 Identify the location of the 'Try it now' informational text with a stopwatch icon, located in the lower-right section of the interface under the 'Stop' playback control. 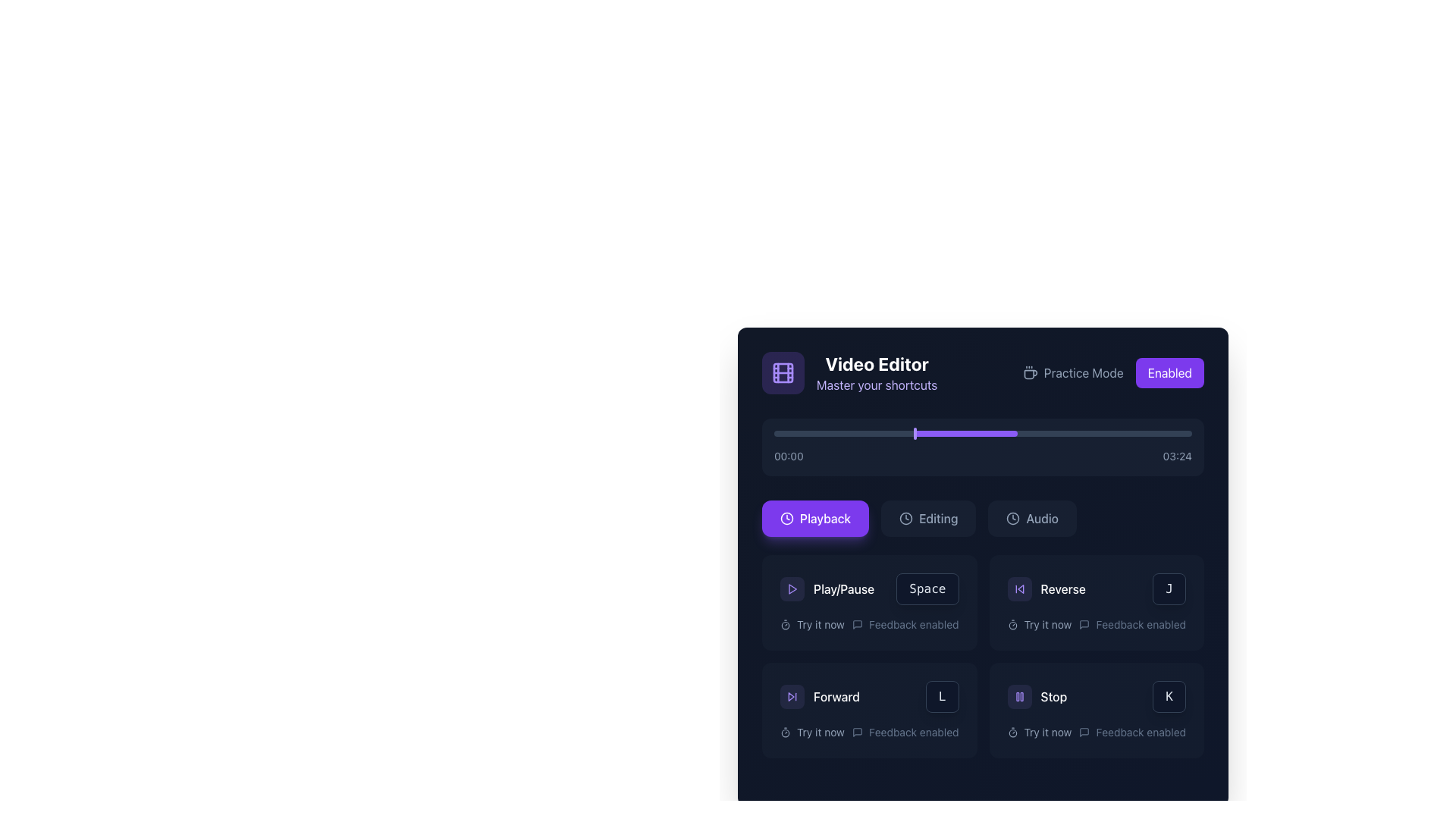
(1038, 731).